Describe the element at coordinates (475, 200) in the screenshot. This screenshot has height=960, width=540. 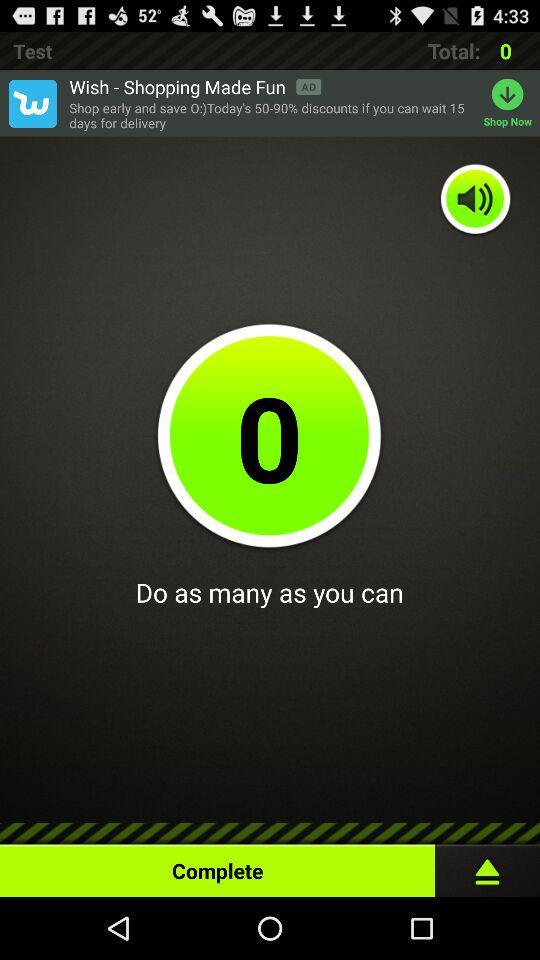
I see `switch sound off` at that location.